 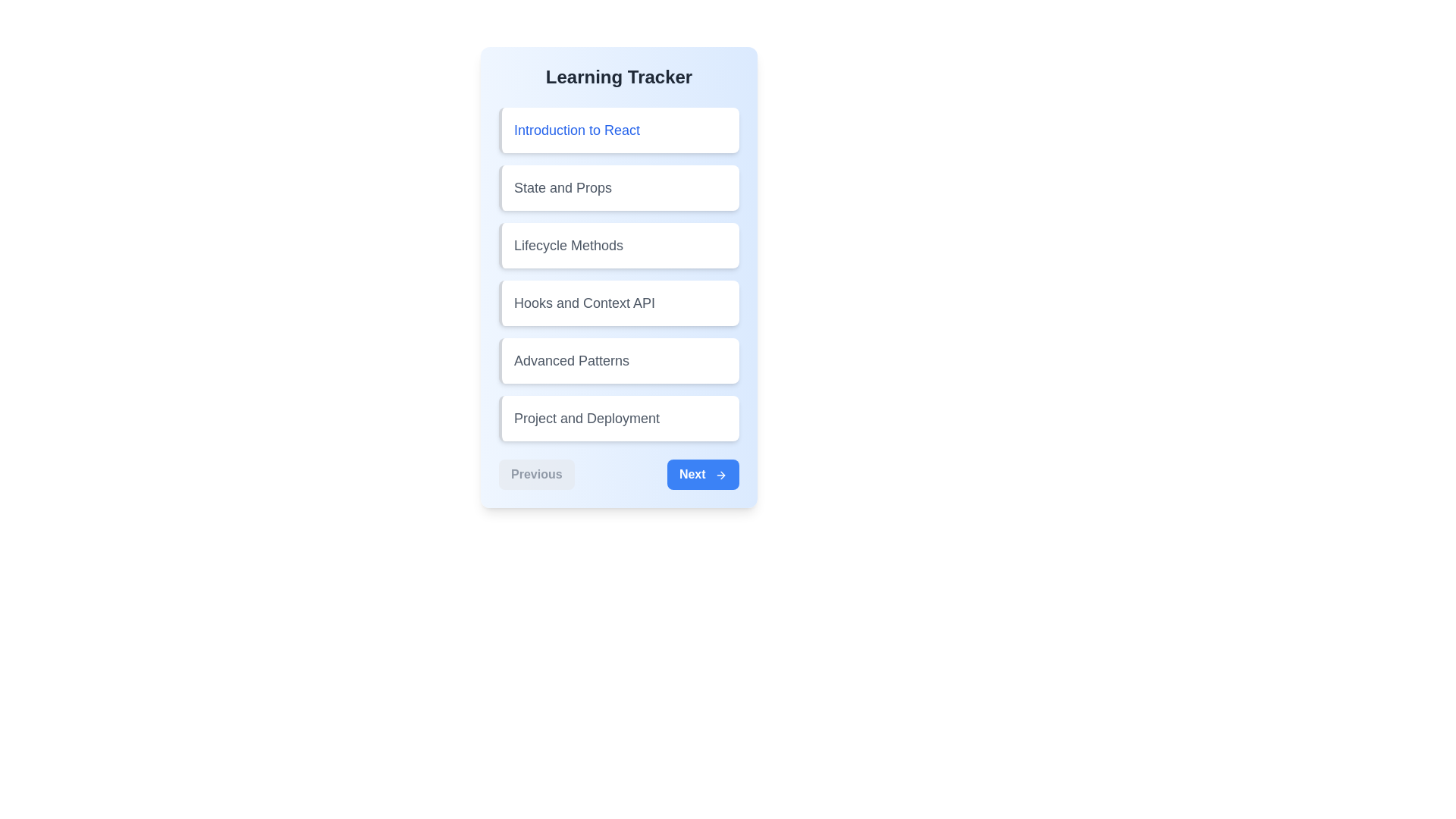 What do you see at coordinates (701, 473) in the screenshot?
I see `the 'Next' button to navigate to the next lesson` at bounding box center [701, 473].